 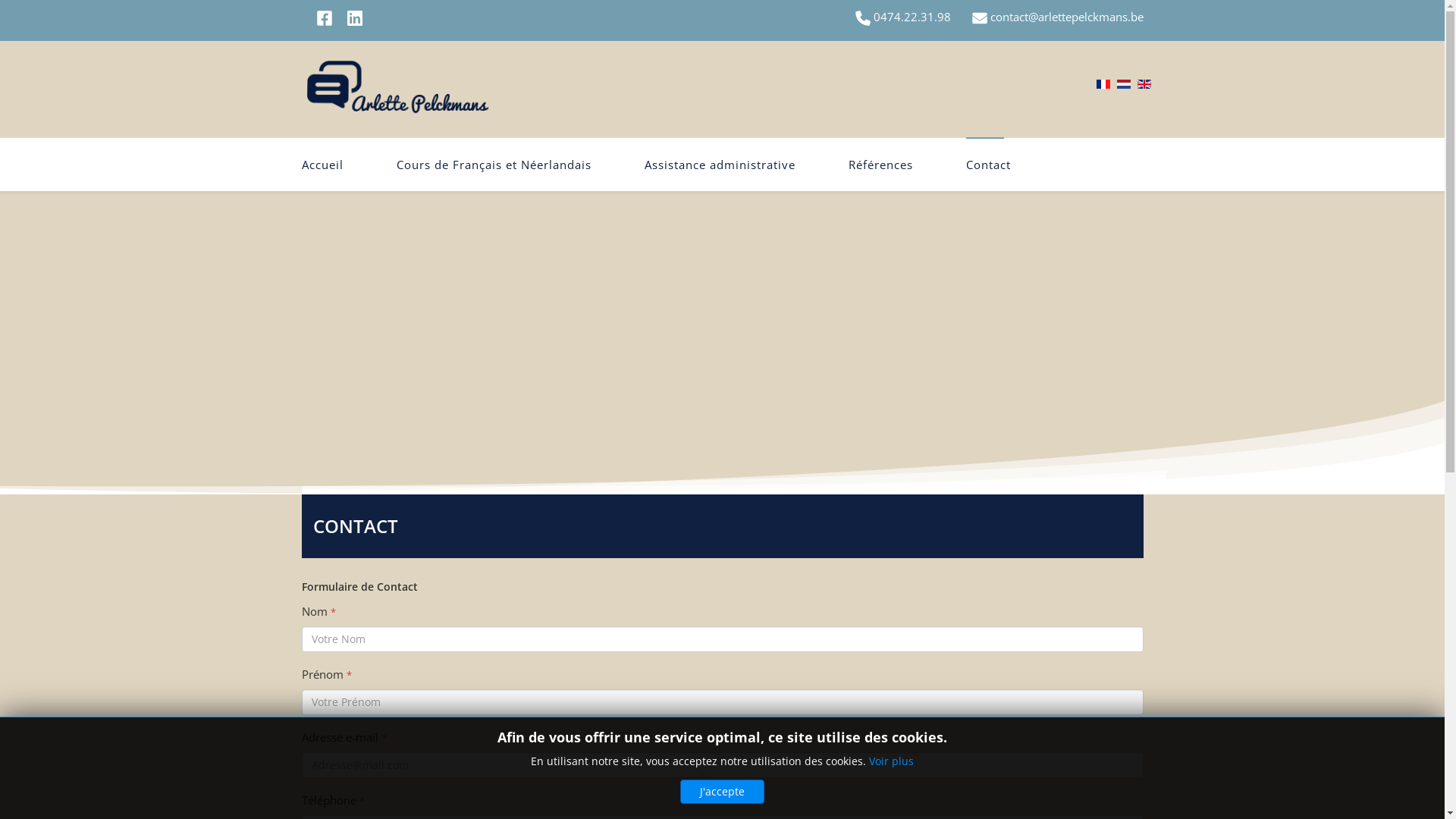 What do you see at coordinates (1144, 84) in the screenshot?
I see `'English (United Kingdom)'` at bounding box center [1144, 84].